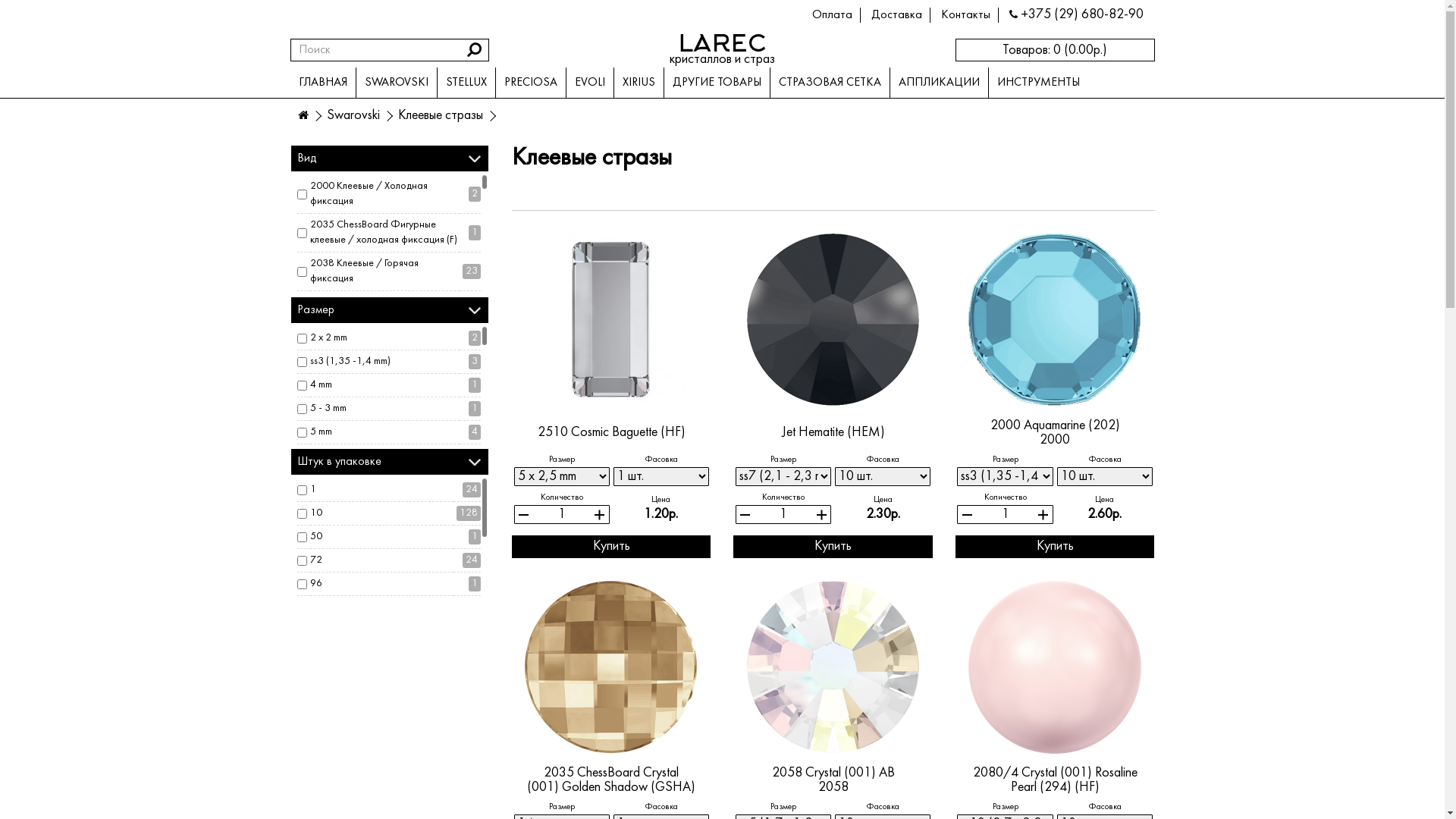 The image size is (1456, 819). I want to click on '2058 Crystal (001) AB', so click(833, 666).